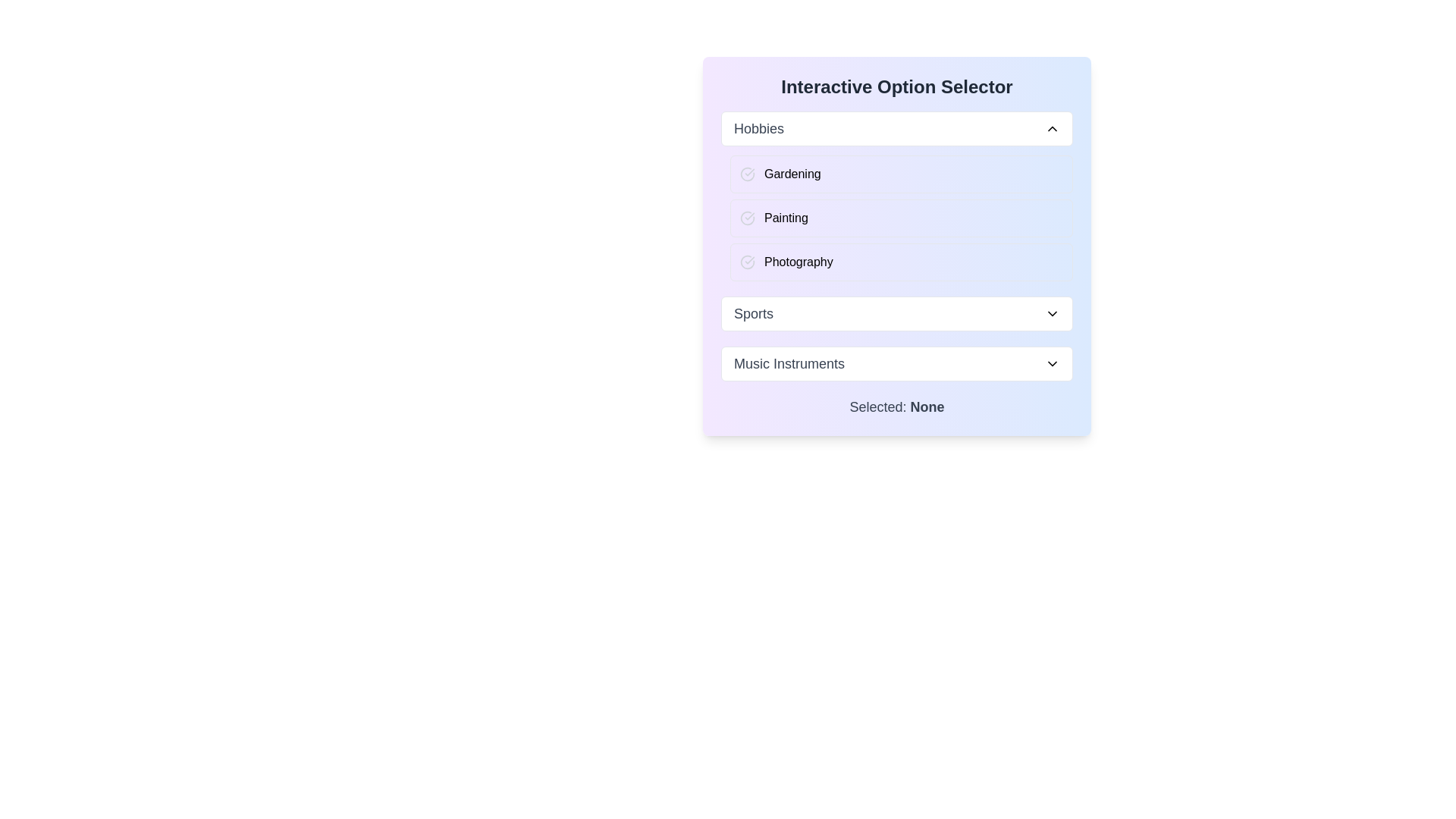  I want to click on the 'Gardening' selectable option in the hobbies category list, so click(896, 174).